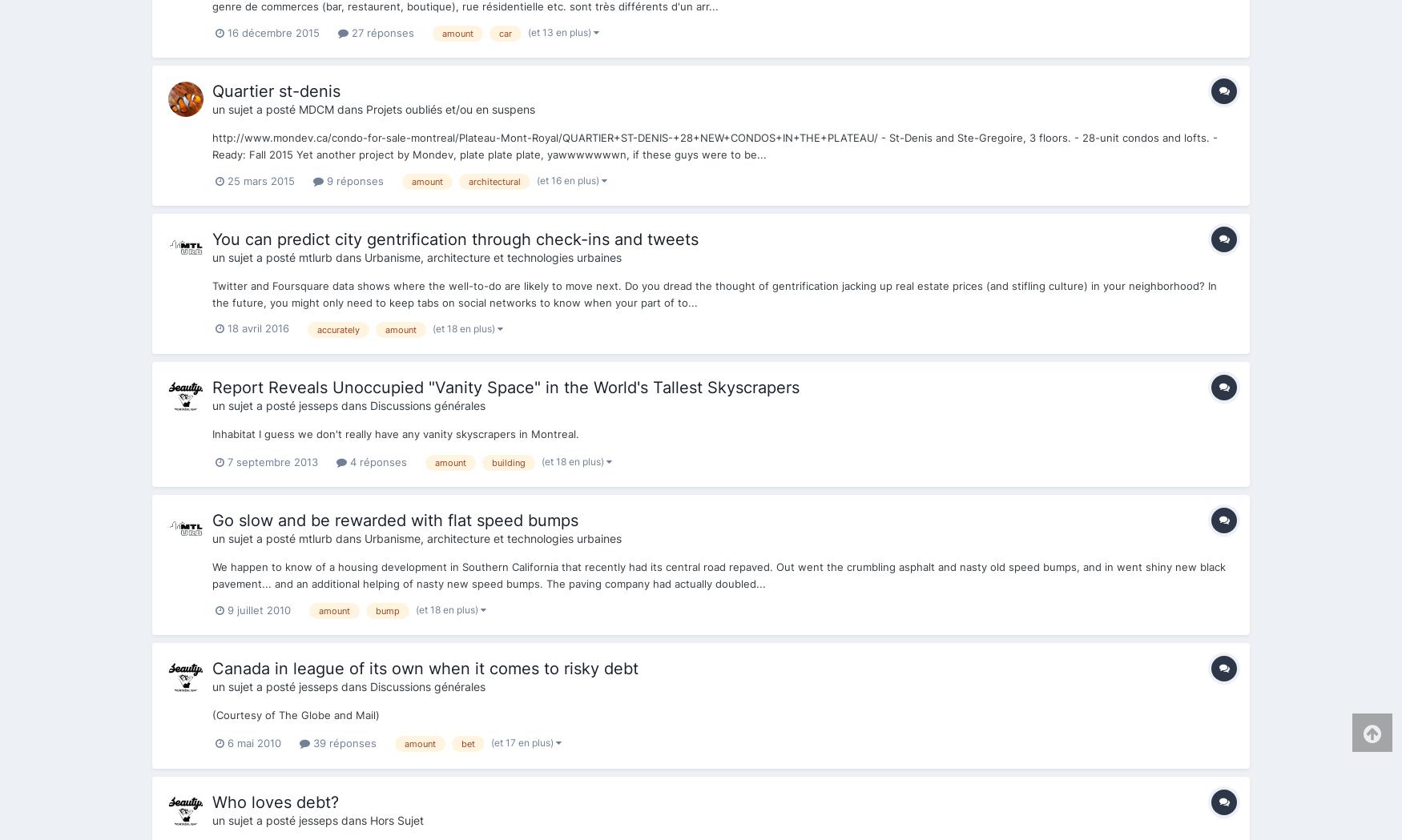  I want to click on 'Projets oubliés et/ou en suspens', so click(365, 109).